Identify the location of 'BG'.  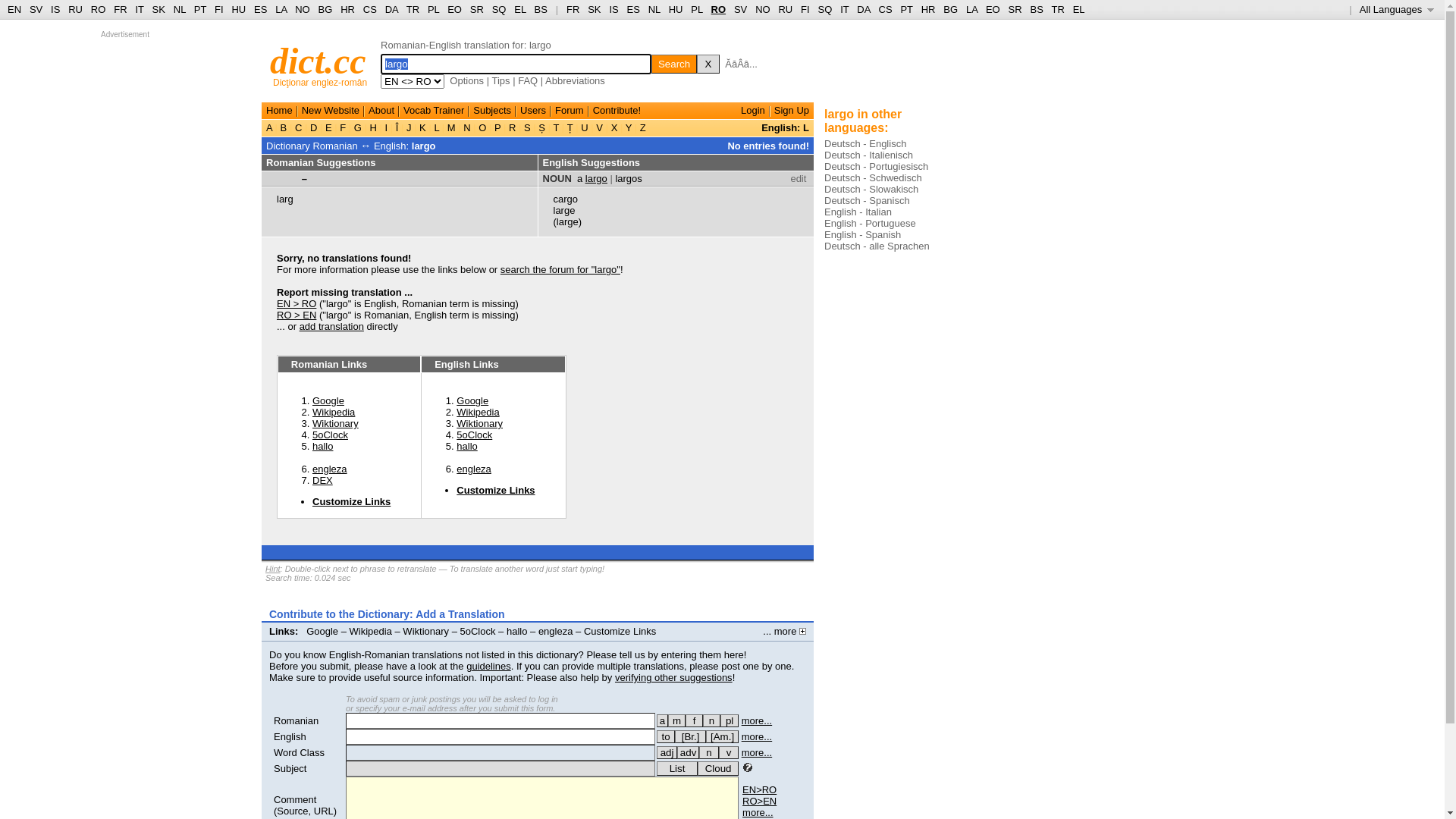
(325, 9).